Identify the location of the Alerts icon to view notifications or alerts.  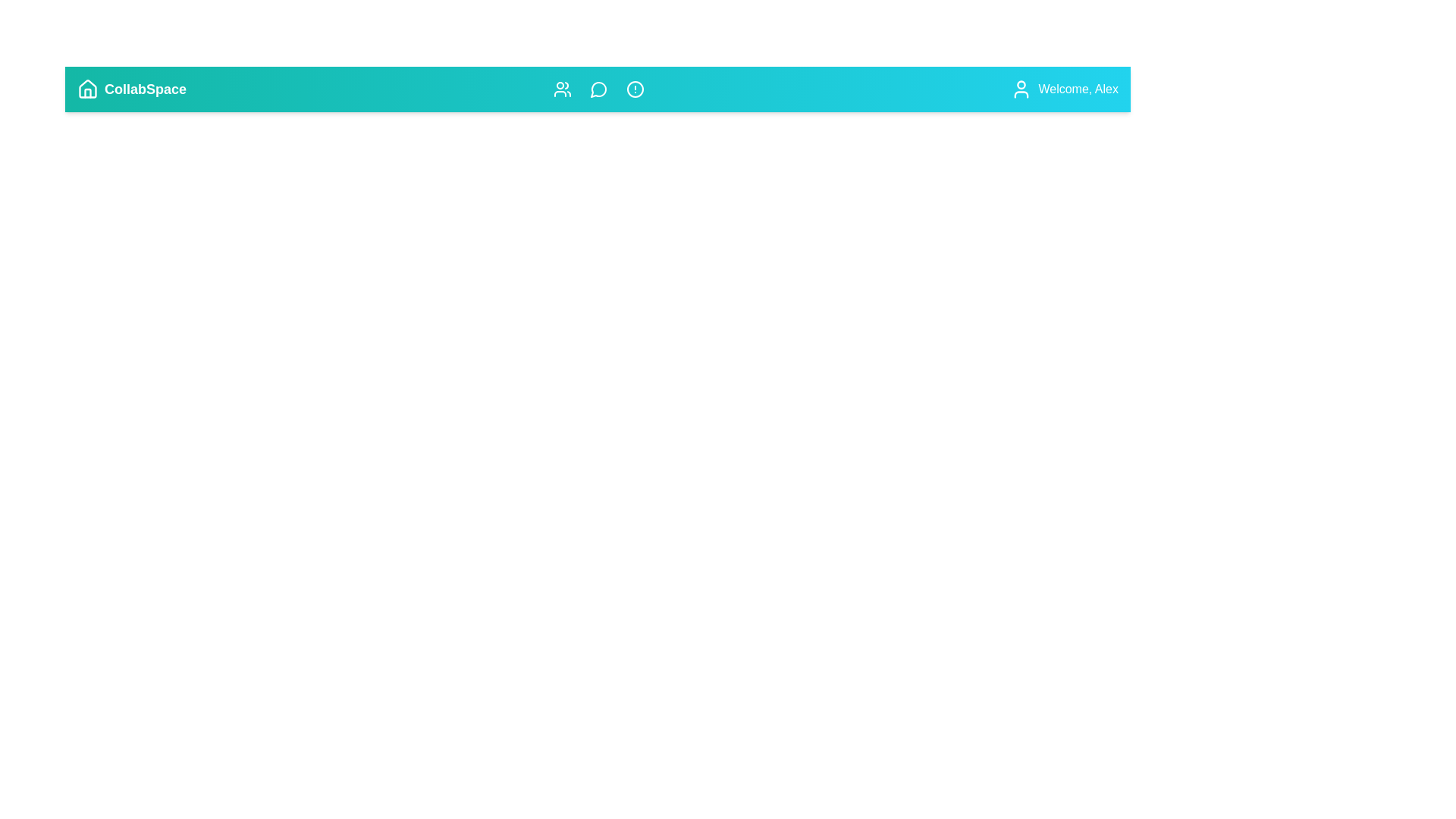
(635, 89).